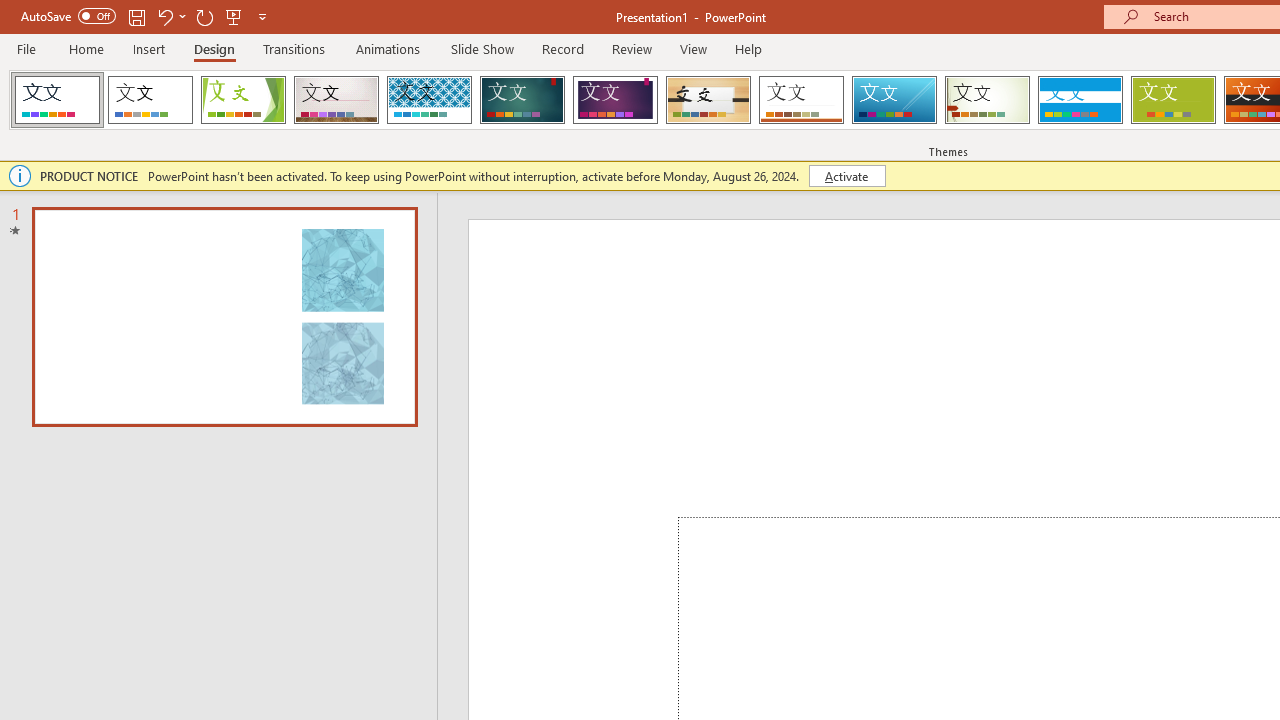  What do you see at coordinates (57, 100) in the screenshot?
I see `'FadeVTI'` at bounding box center [57, 100].